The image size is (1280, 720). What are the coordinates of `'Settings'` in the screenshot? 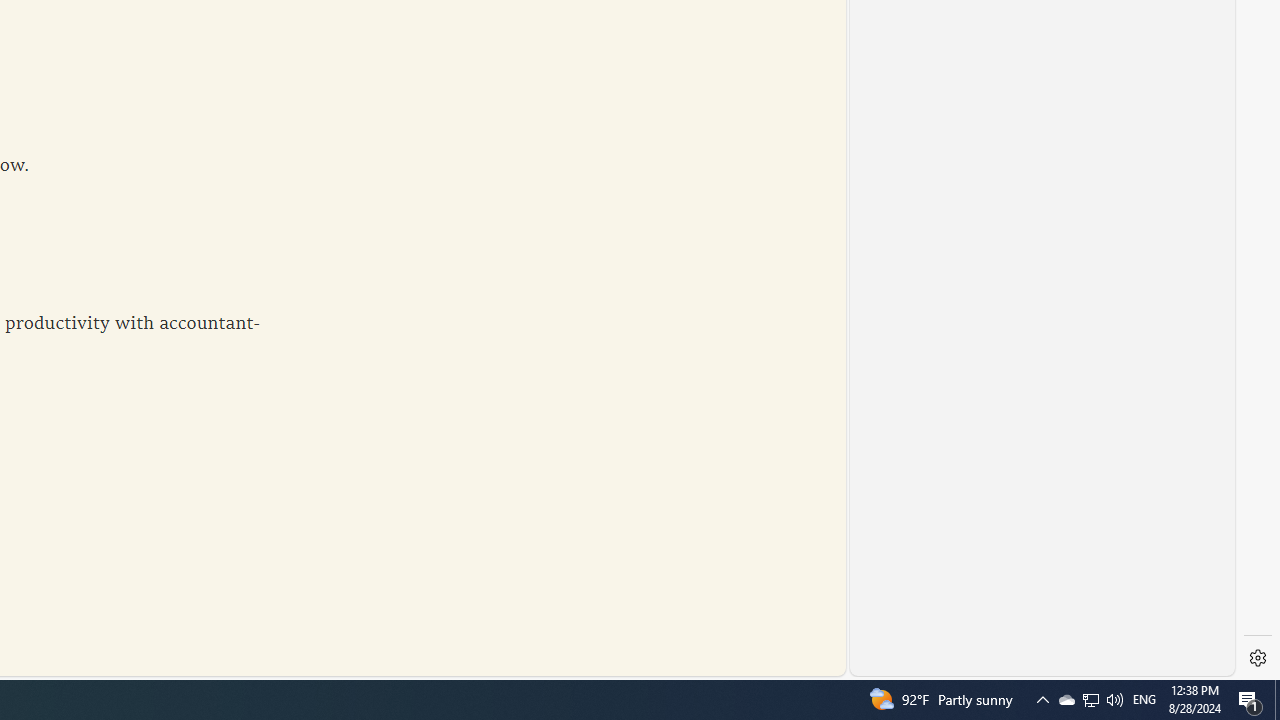 It's located at (1257, 658).